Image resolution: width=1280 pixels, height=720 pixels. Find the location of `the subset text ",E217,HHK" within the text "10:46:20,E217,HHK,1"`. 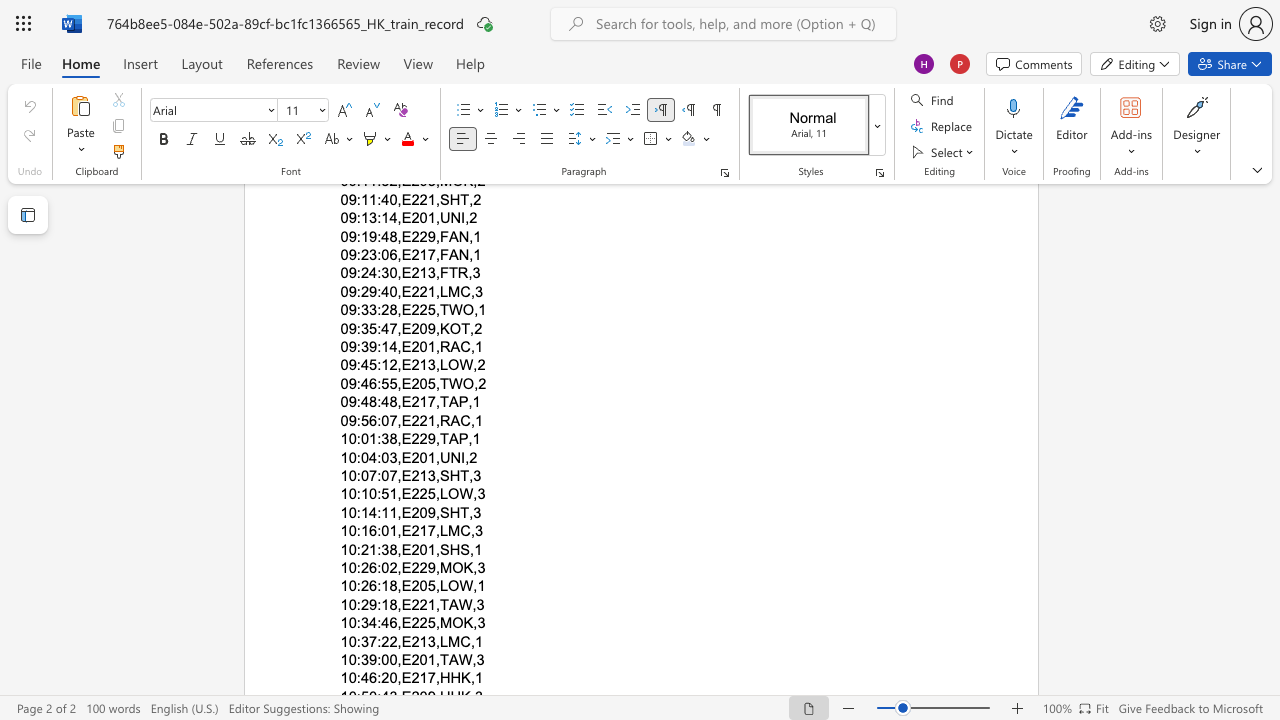

the subset text ",E217,HHK" within the text "10:46:20,E217,HHK,1" is located at coordinates (397, 677).